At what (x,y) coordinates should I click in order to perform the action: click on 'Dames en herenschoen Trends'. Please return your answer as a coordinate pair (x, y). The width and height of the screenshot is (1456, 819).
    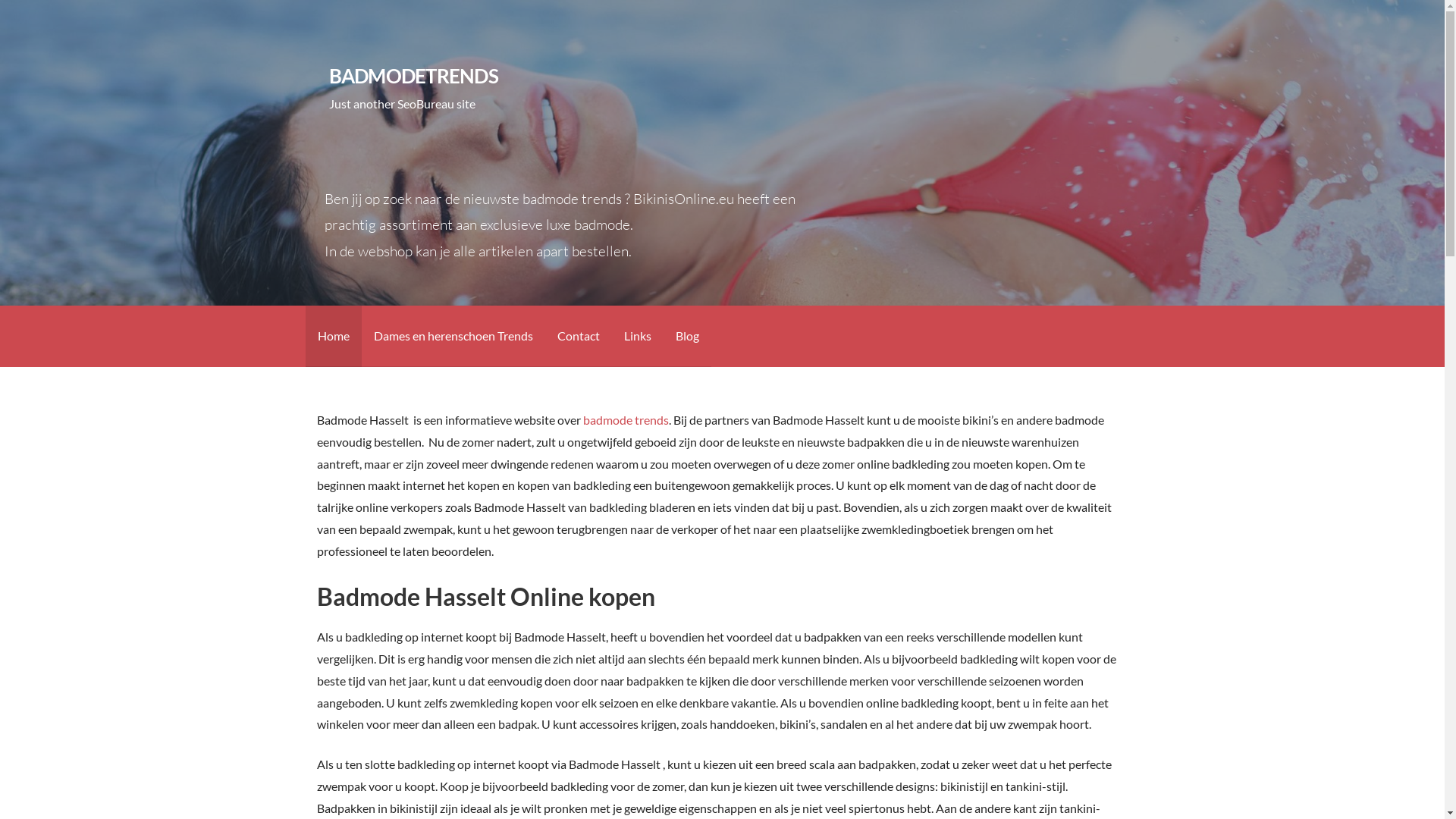
    Looking at the image, I should click on (451, 335).